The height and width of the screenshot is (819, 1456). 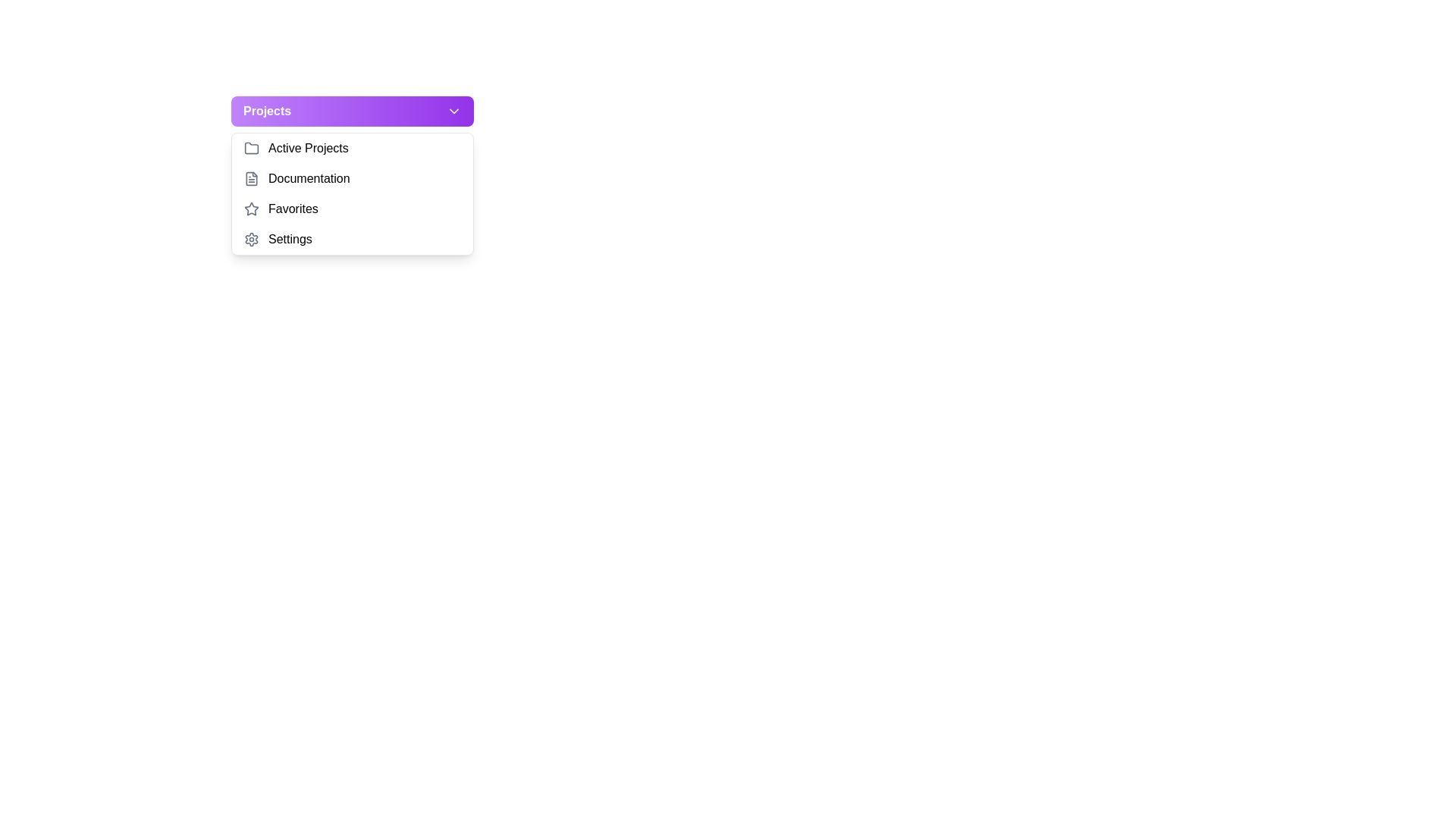 What do you see at coordinates (251, 209) in the screenshot?
I see `the star icon located to the left of the 'Favorites' text in the menu dropdown, which signifies rating or favorite features` at bounding box center [251, 209].